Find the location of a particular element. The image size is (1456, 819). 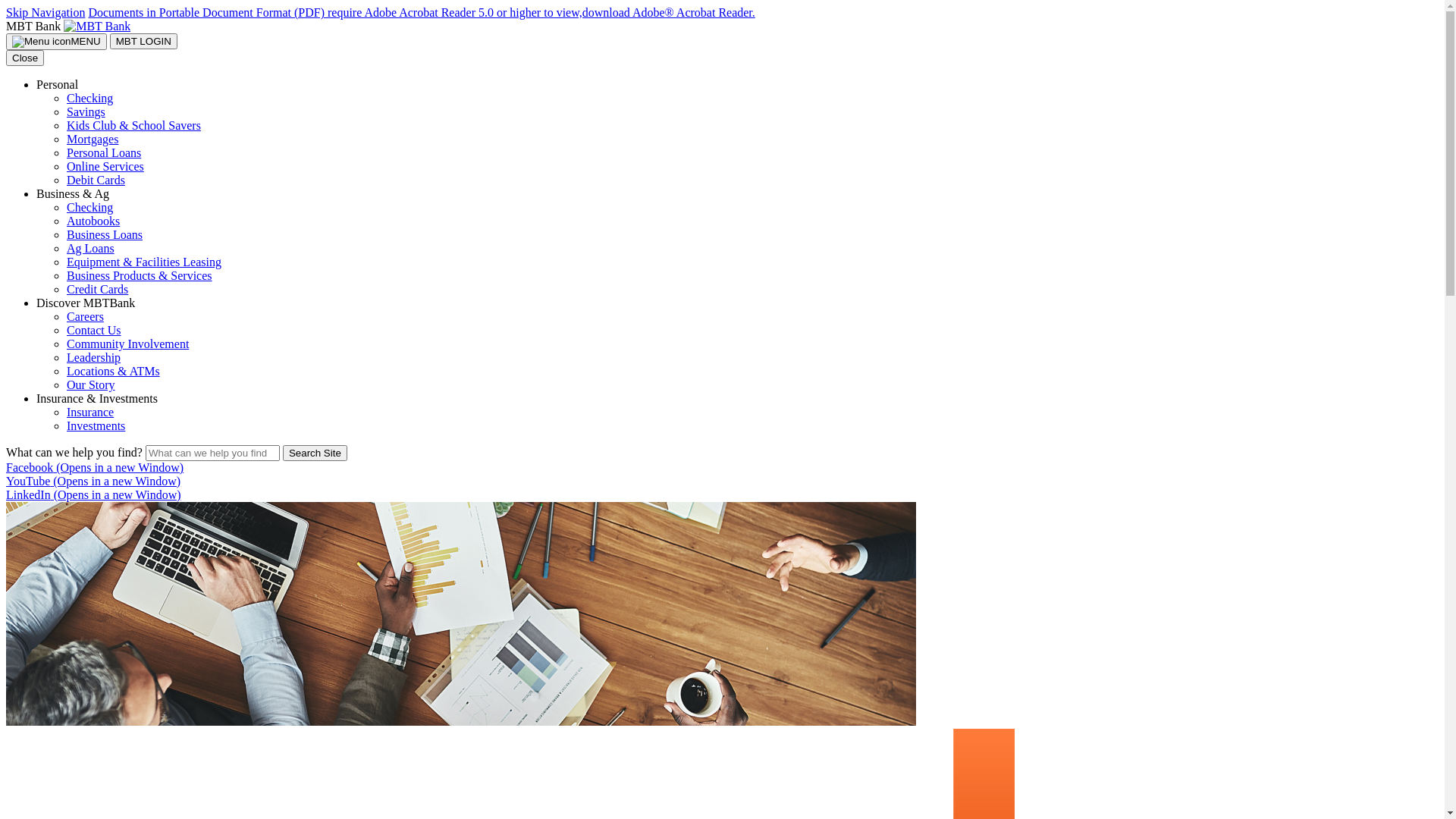

'Kids Club & School Savers' is located at coordinates (133, 124).